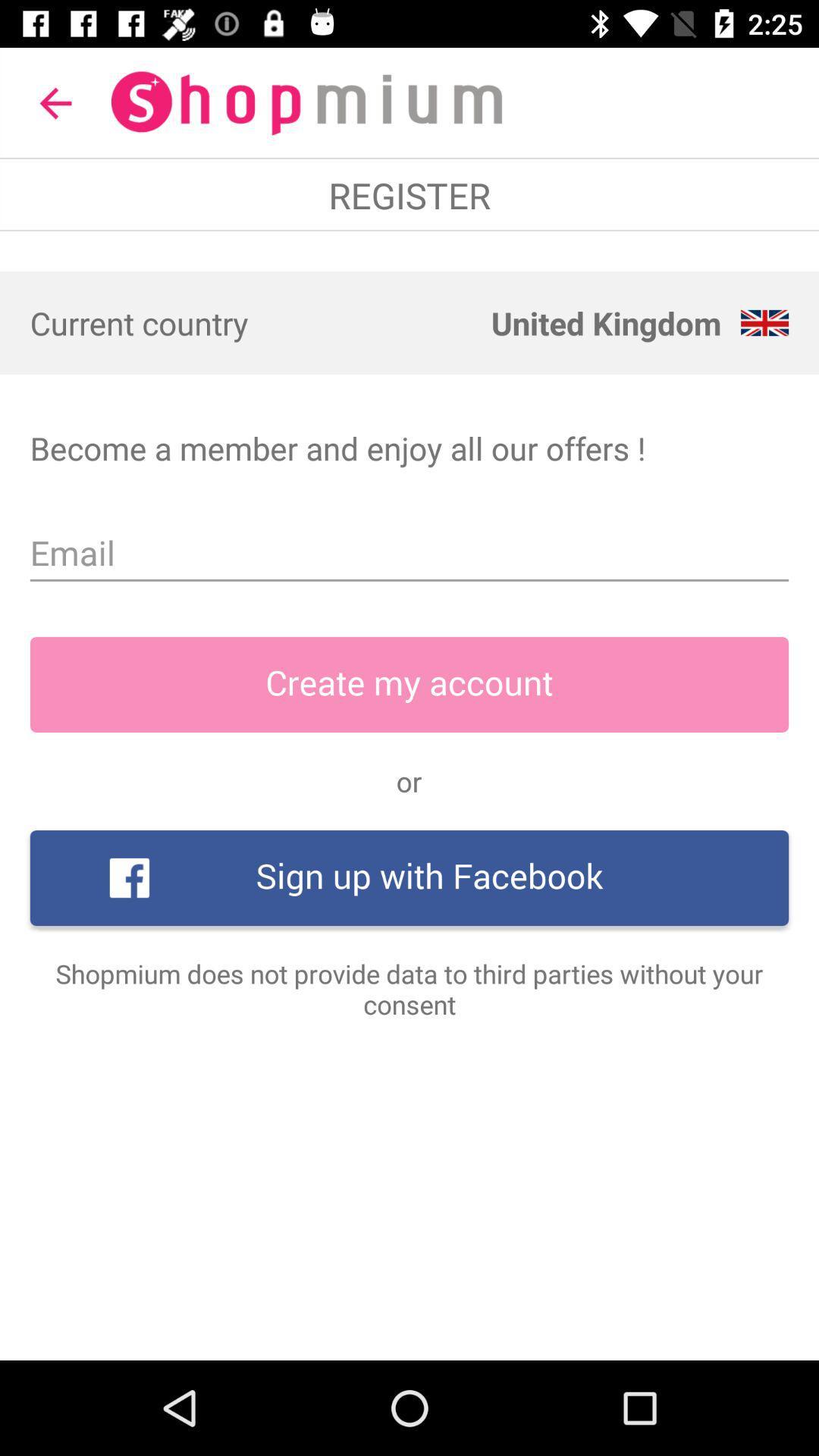 This screenshot has width=819, height=1456. I want to click on item below the or icon, so click(409, 877).